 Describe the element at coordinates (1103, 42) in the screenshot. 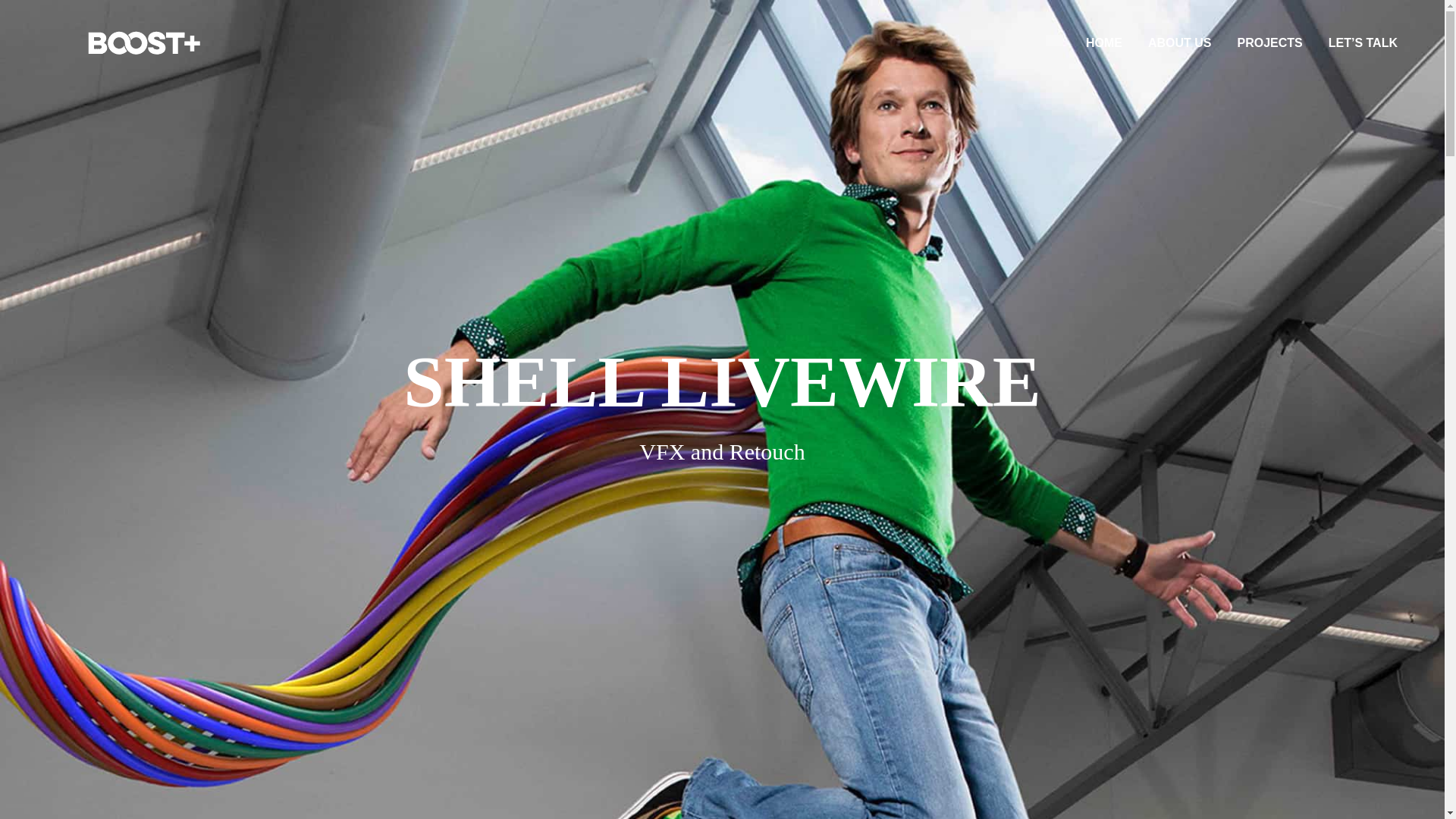

I see `'HOME'` at that location.